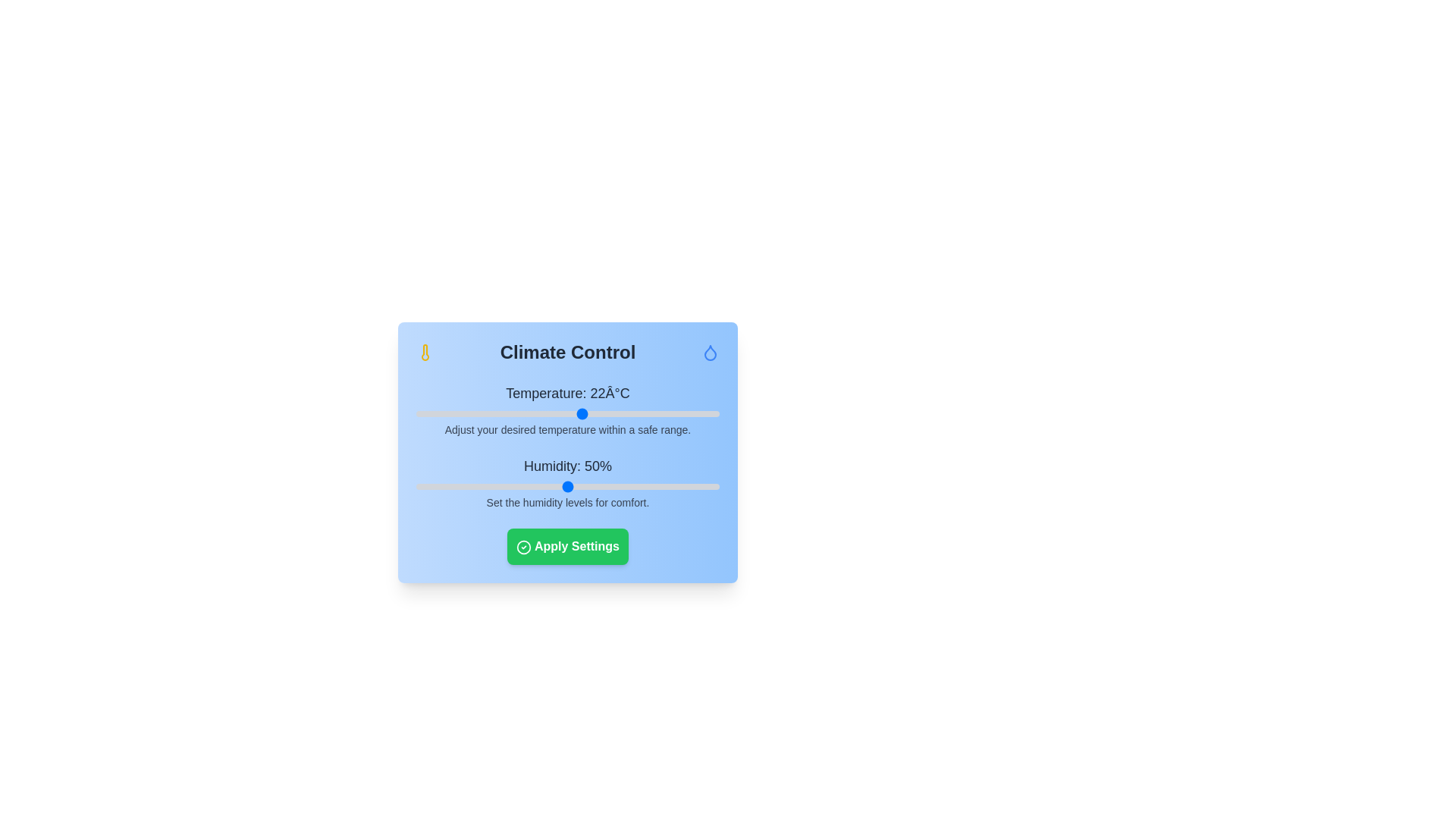  I want to click on the droplet-shaped blue icon located in the top-right corner of the climate control card, which indicates it may become interactive, so click(709, 353).